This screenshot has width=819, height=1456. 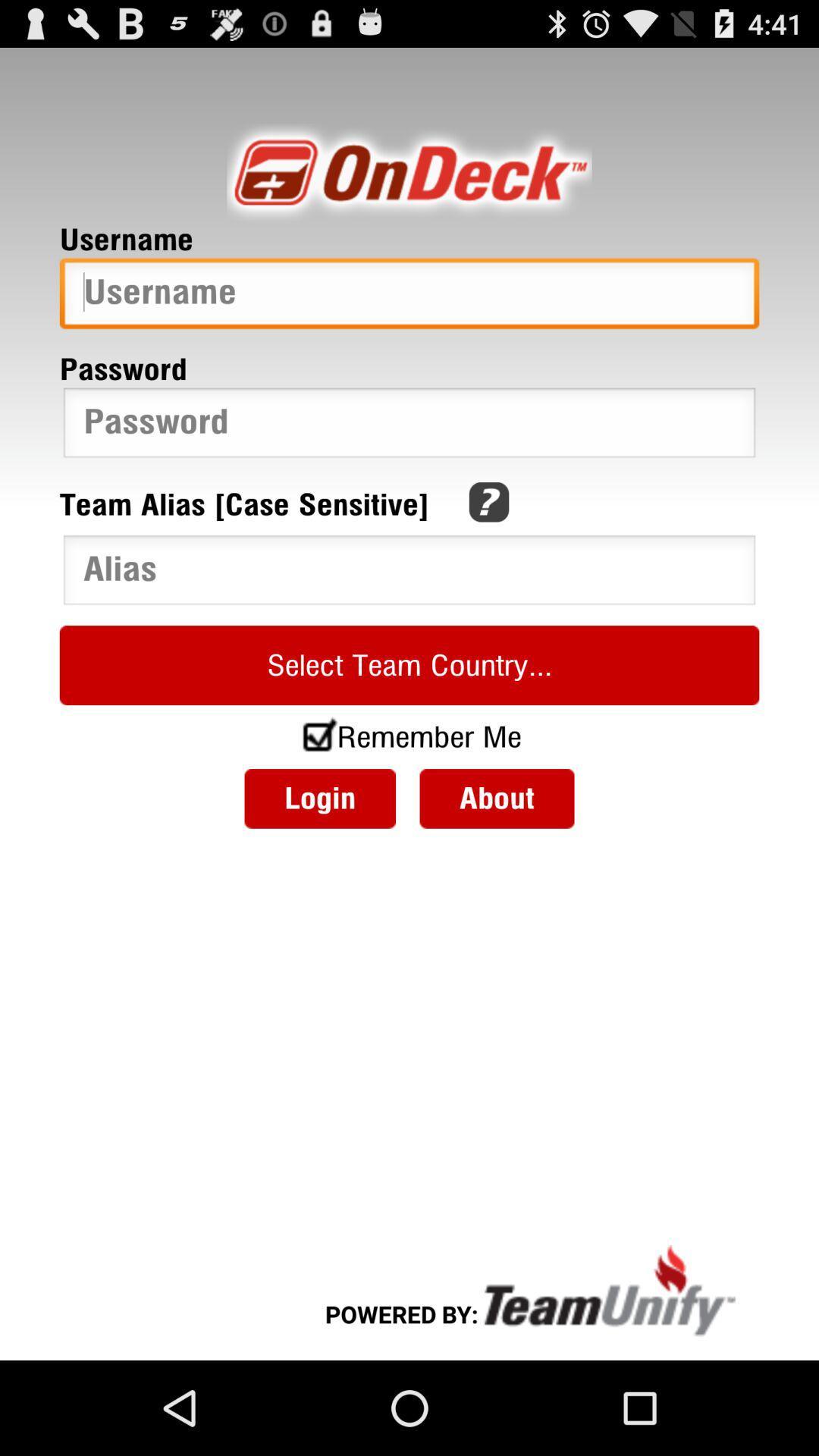 What do you see at coordinates (488, 502) in the screenshot?
I see `get help` at bounding box center [488, 502].